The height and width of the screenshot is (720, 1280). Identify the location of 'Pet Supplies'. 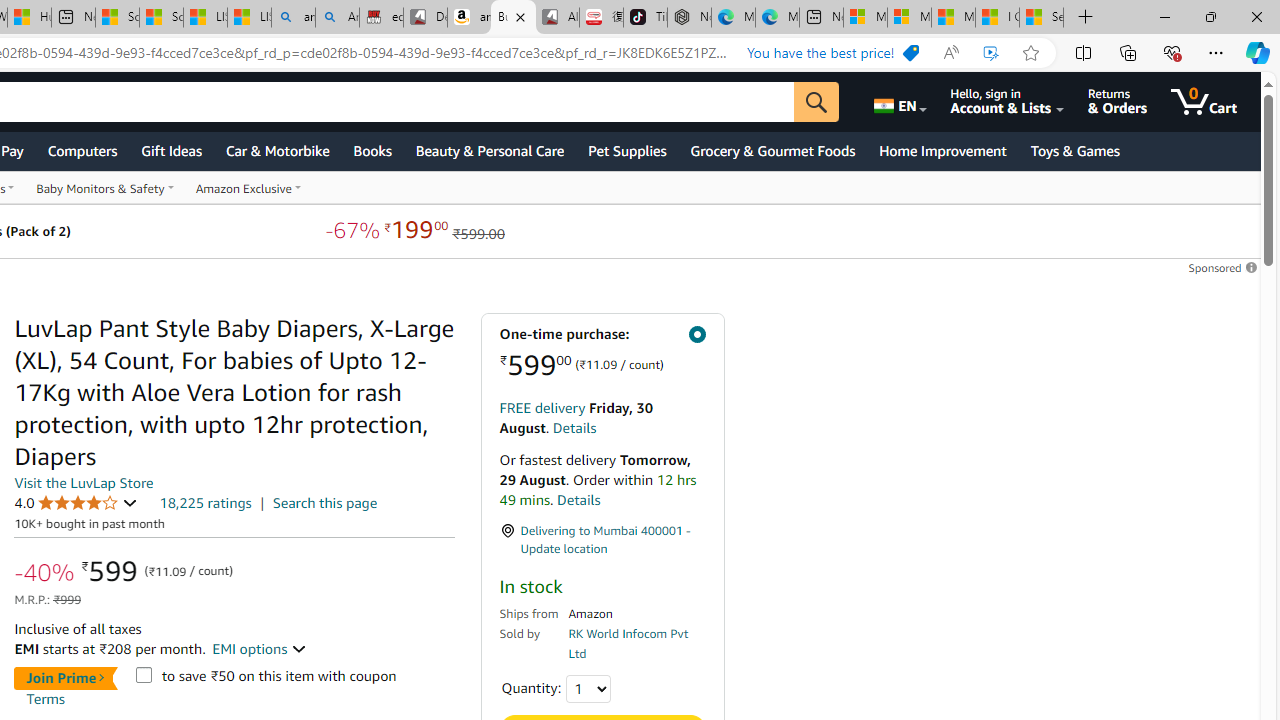
(626, 149).